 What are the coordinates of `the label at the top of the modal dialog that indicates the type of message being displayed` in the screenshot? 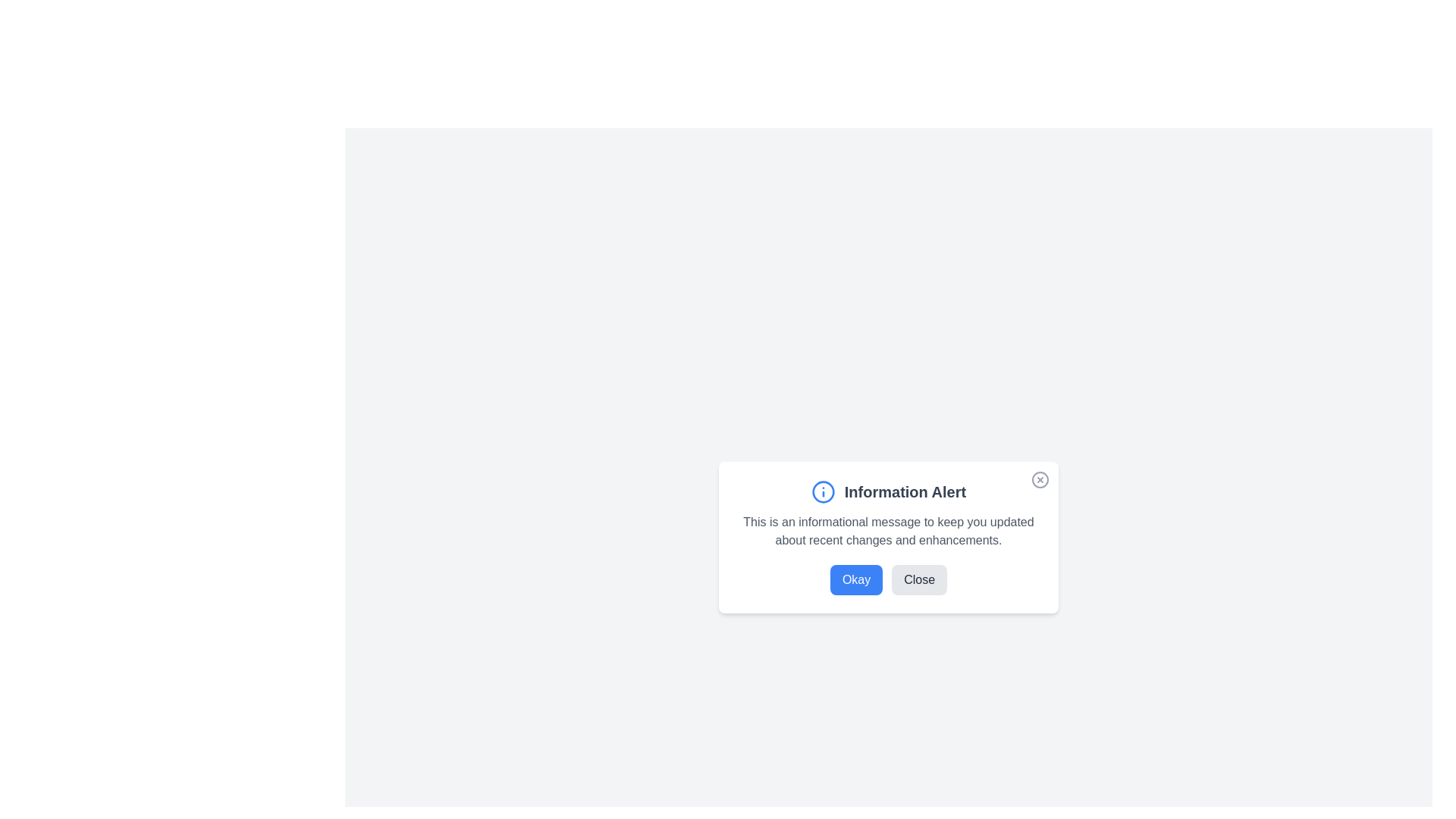 It's located at (888, 491).